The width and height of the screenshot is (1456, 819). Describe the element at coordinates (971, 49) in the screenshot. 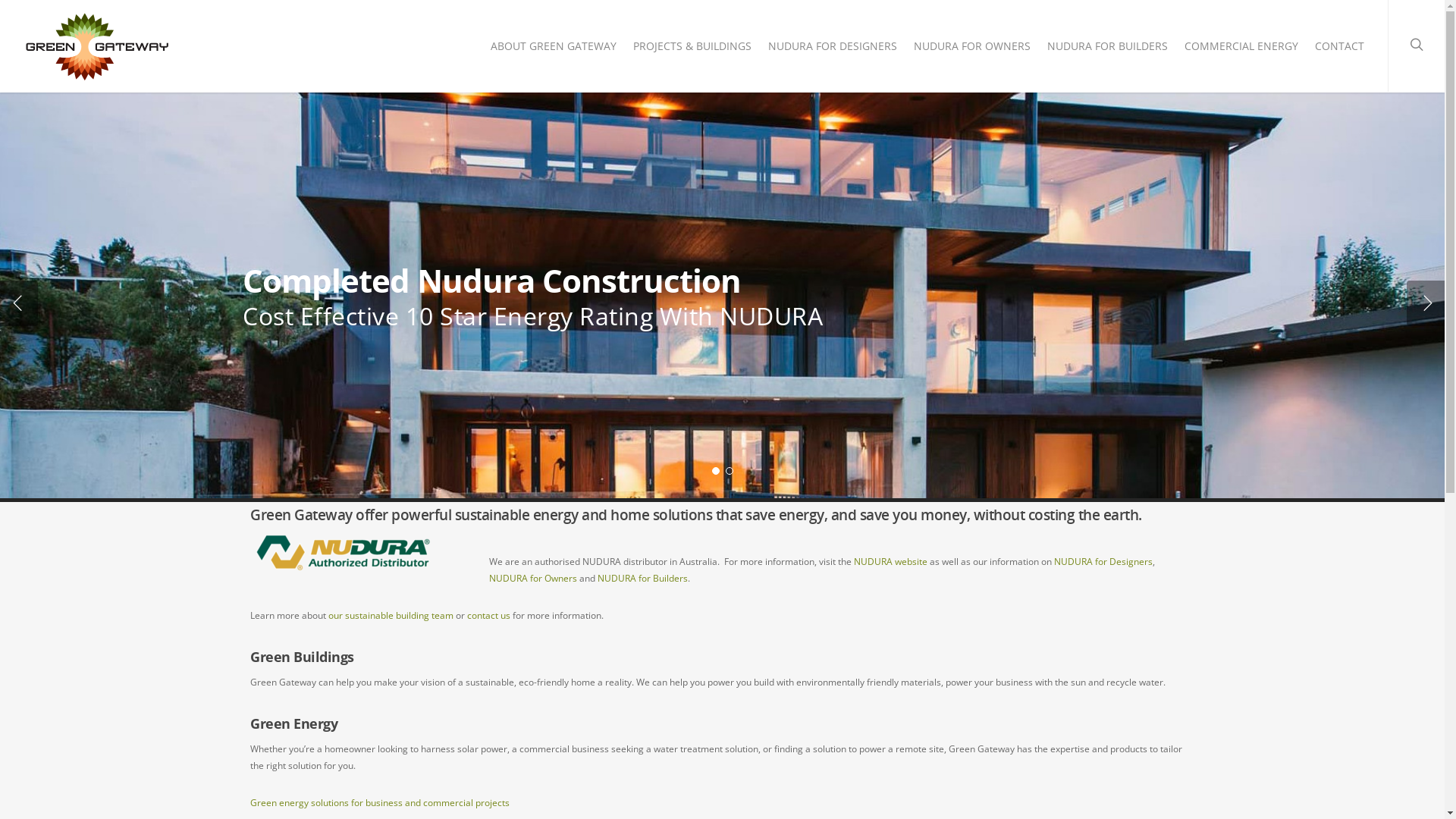

I see `'NUDURA FOR OWNERS'` at that location.